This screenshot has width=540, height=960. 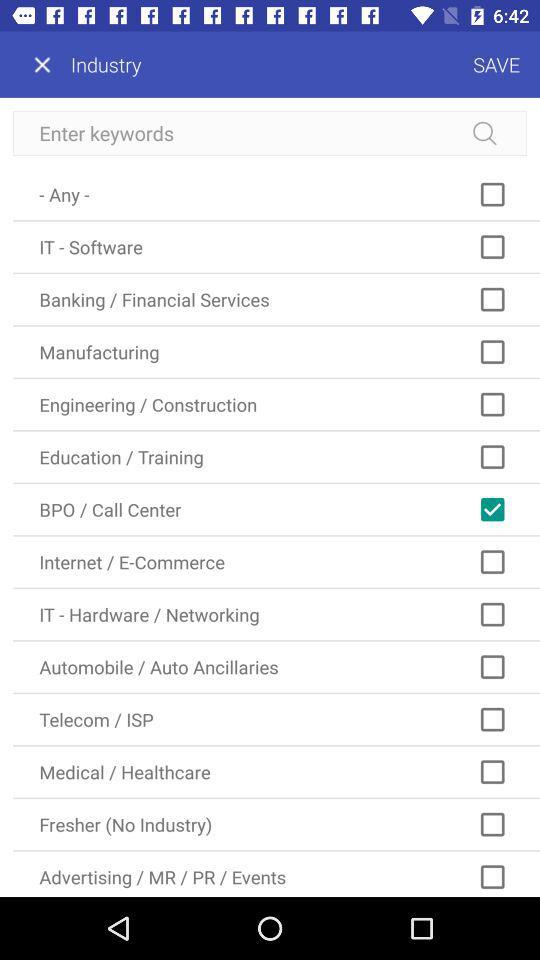 I want to click on the icon above education / training icon, so click(x=275, y=403).